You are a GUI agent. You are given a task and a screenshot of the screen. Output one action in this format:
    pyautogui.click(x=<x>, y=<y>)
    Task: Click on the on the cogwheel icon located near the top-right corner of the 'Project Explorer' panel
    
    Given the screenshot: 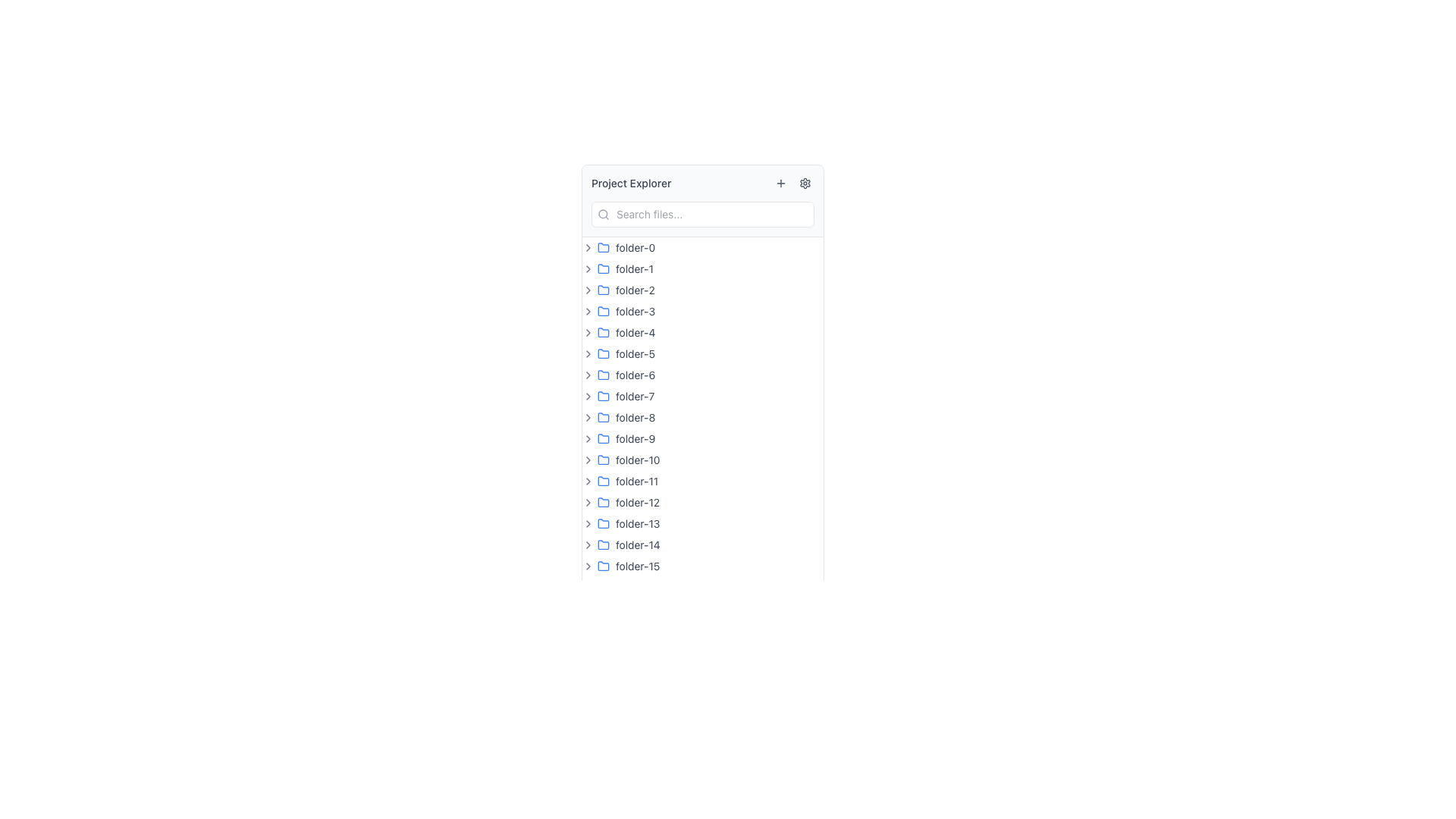 What is the action you would take?
    pyautogui.click(x=804, y=183)
    